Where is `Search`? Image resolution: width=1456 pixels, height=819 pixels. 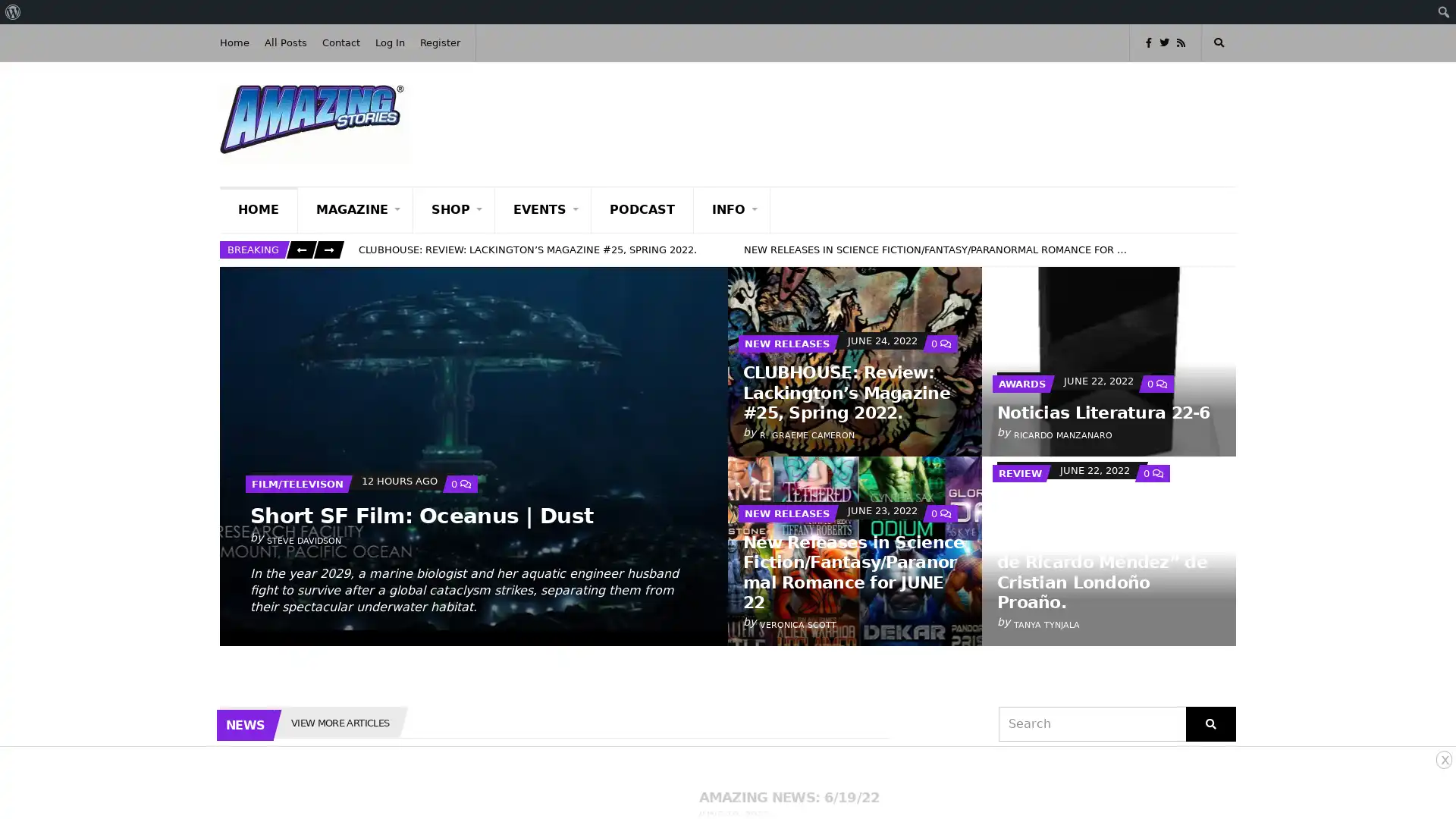 Search is located at coordinates (1210, 722).